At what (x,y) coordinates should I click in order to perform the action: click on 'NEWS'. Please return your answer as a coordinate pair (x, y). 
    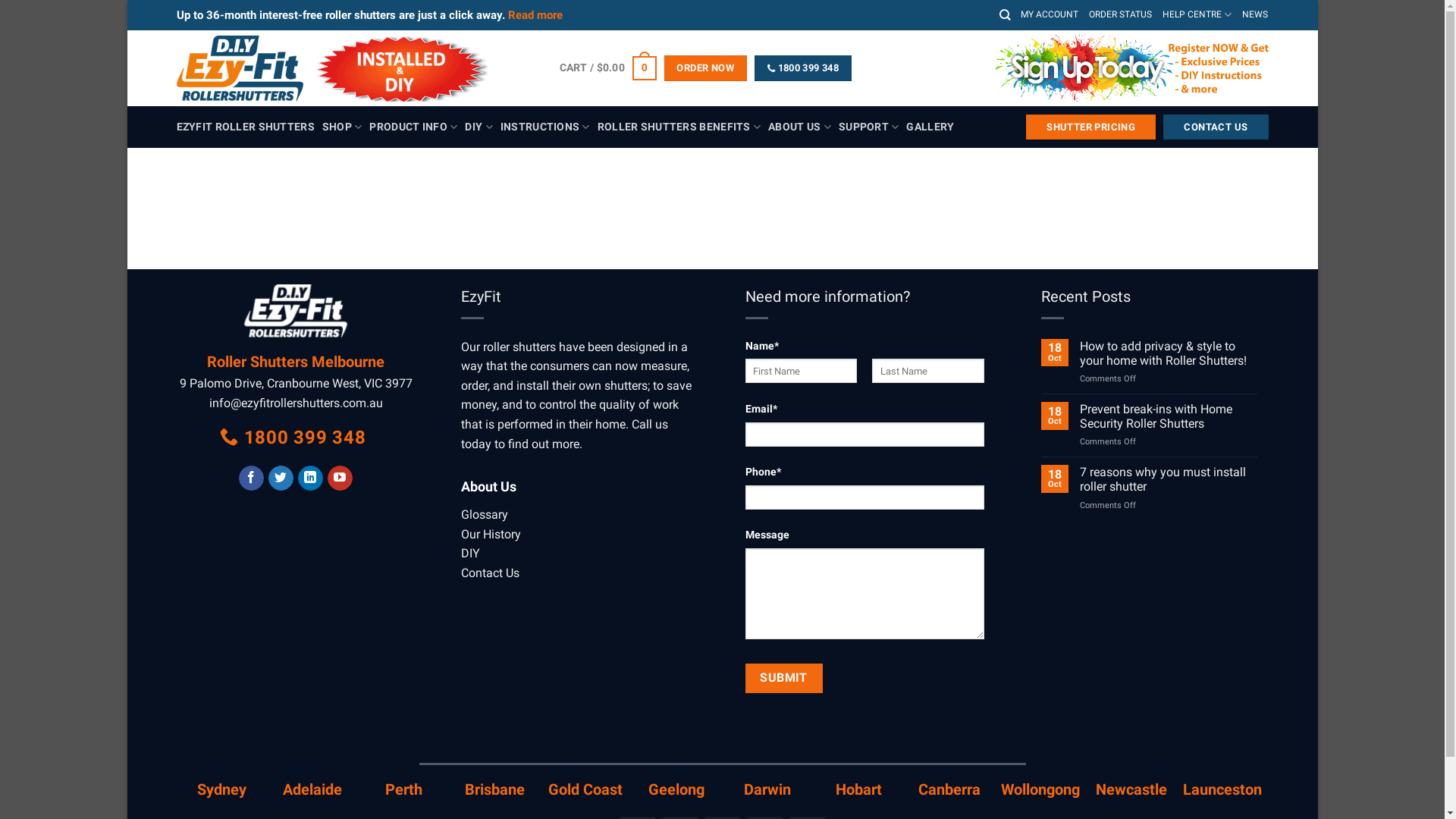
    Looking at the image, I should click on (1255, 14).